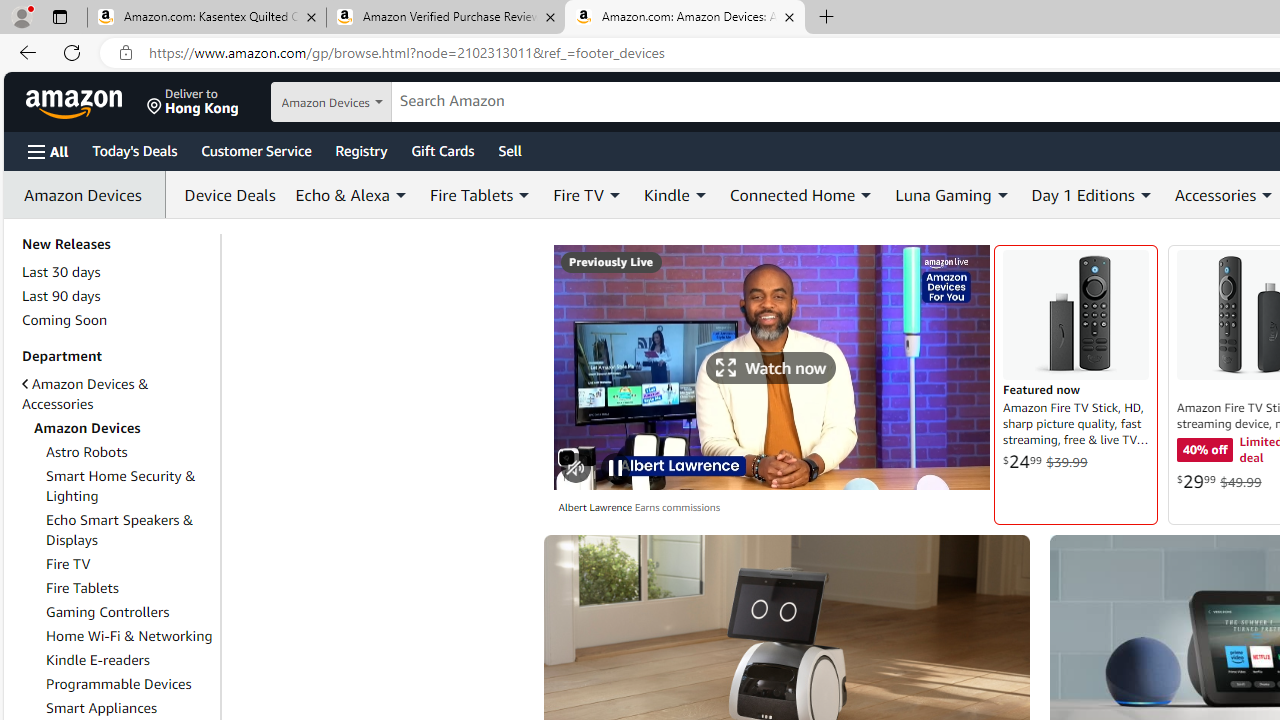 This screenshot has width=1280, height=720. What do you see at coordinates (444, 17) in the screenshot?
I see `'Amazon Verified Purchase Reviews - Amazon Customer Service'` at bounding box center [444, 17].